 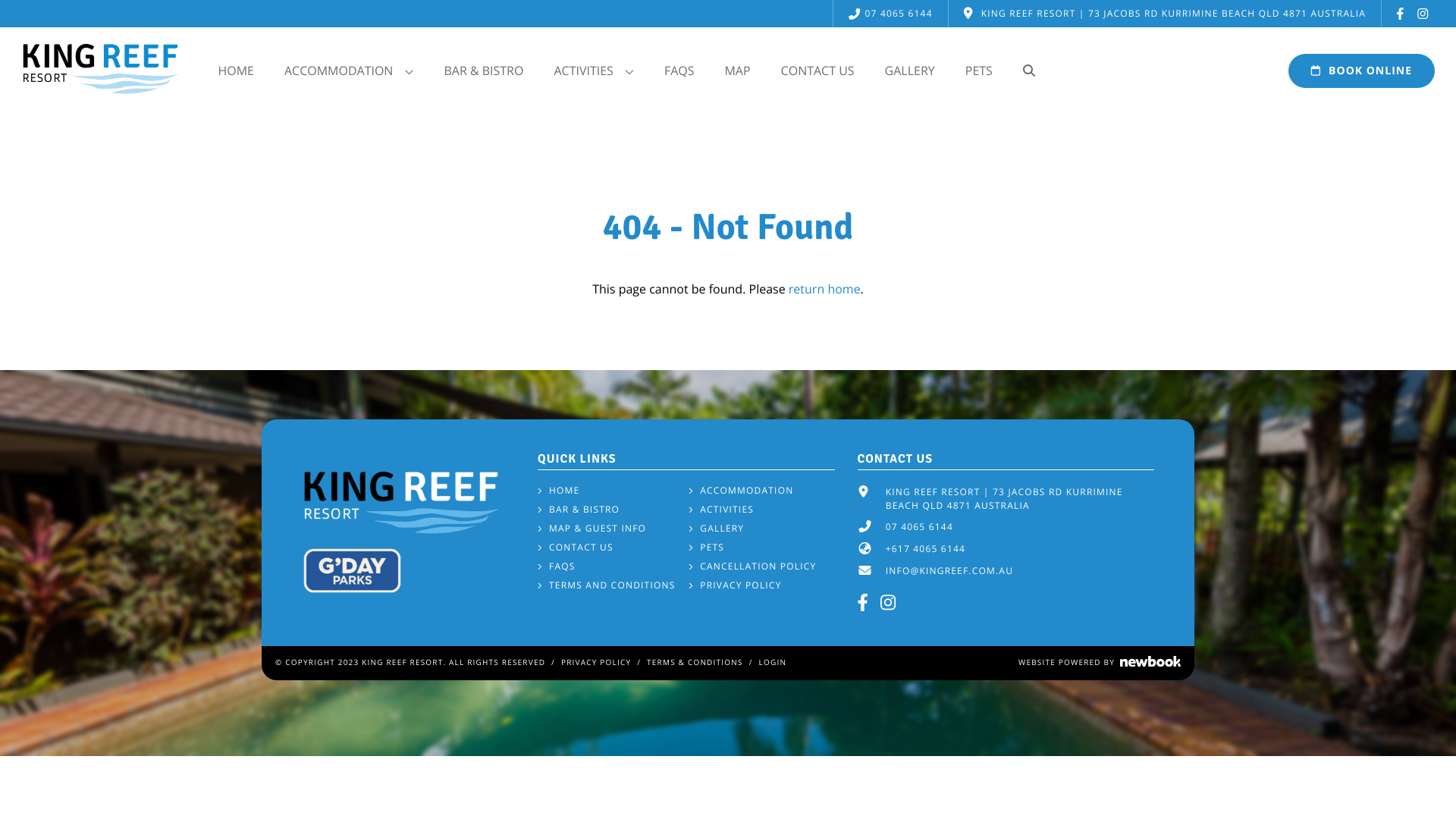 What do you see at coordinates (269, 70) in the screenshot?
I see `'ACCOMMODATION'` at bounding box center [269, 70].